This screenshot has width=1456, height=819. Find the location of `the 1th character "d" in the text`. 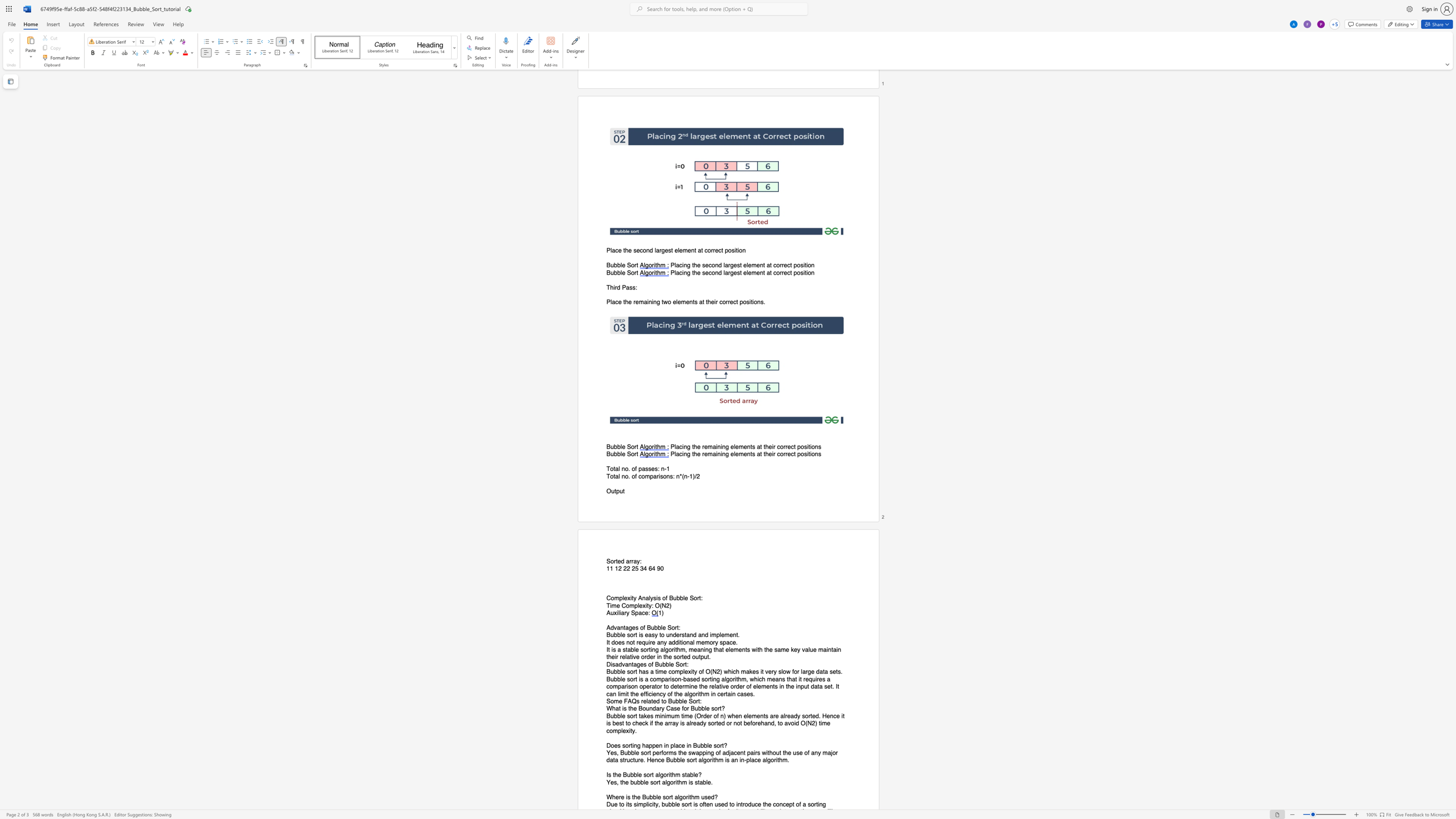

the 1th character "d" in the text is located at coordinates (726, 752).